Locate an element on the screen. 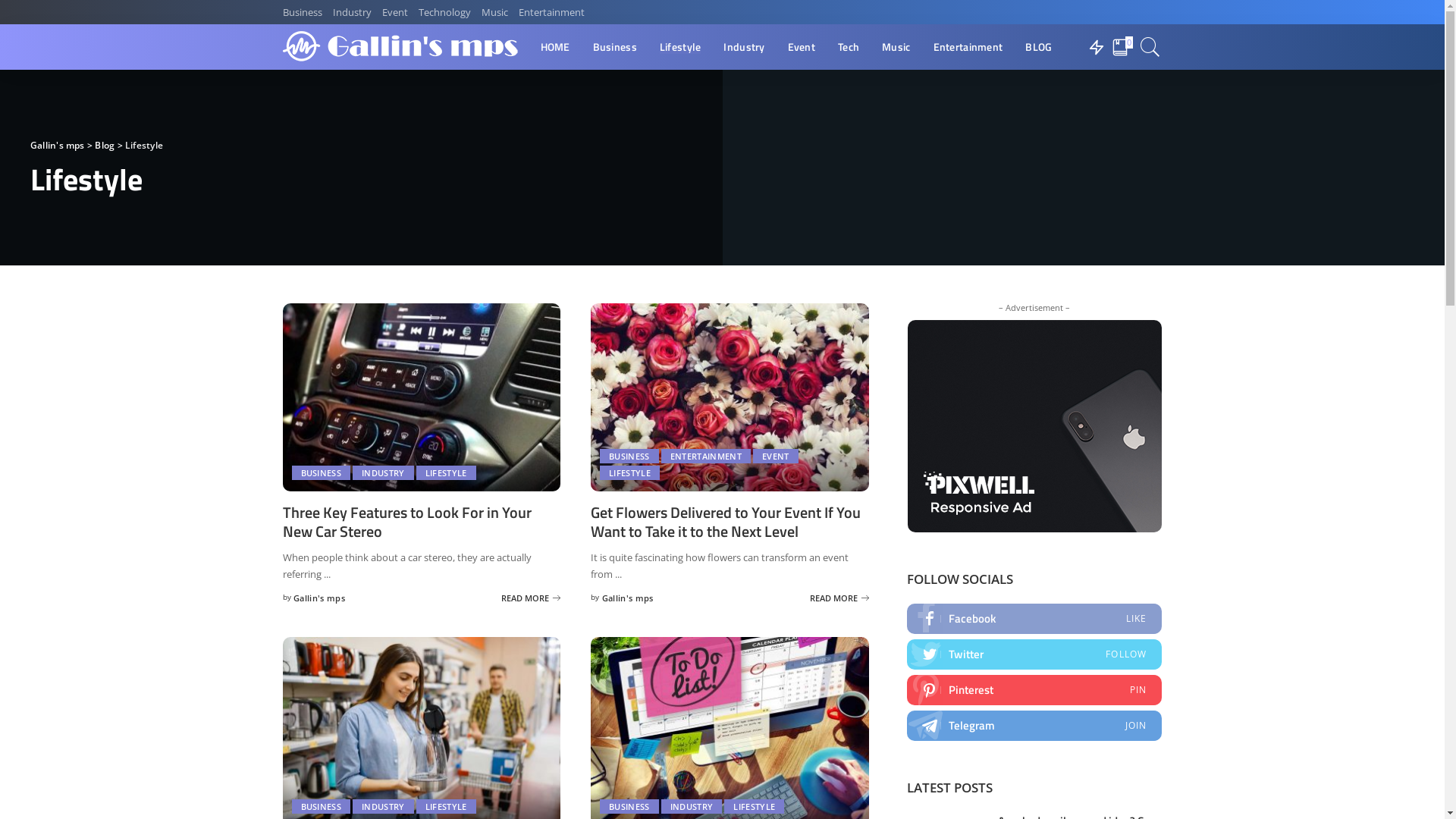  'Entertainment' is located at coordinates (513, 12).